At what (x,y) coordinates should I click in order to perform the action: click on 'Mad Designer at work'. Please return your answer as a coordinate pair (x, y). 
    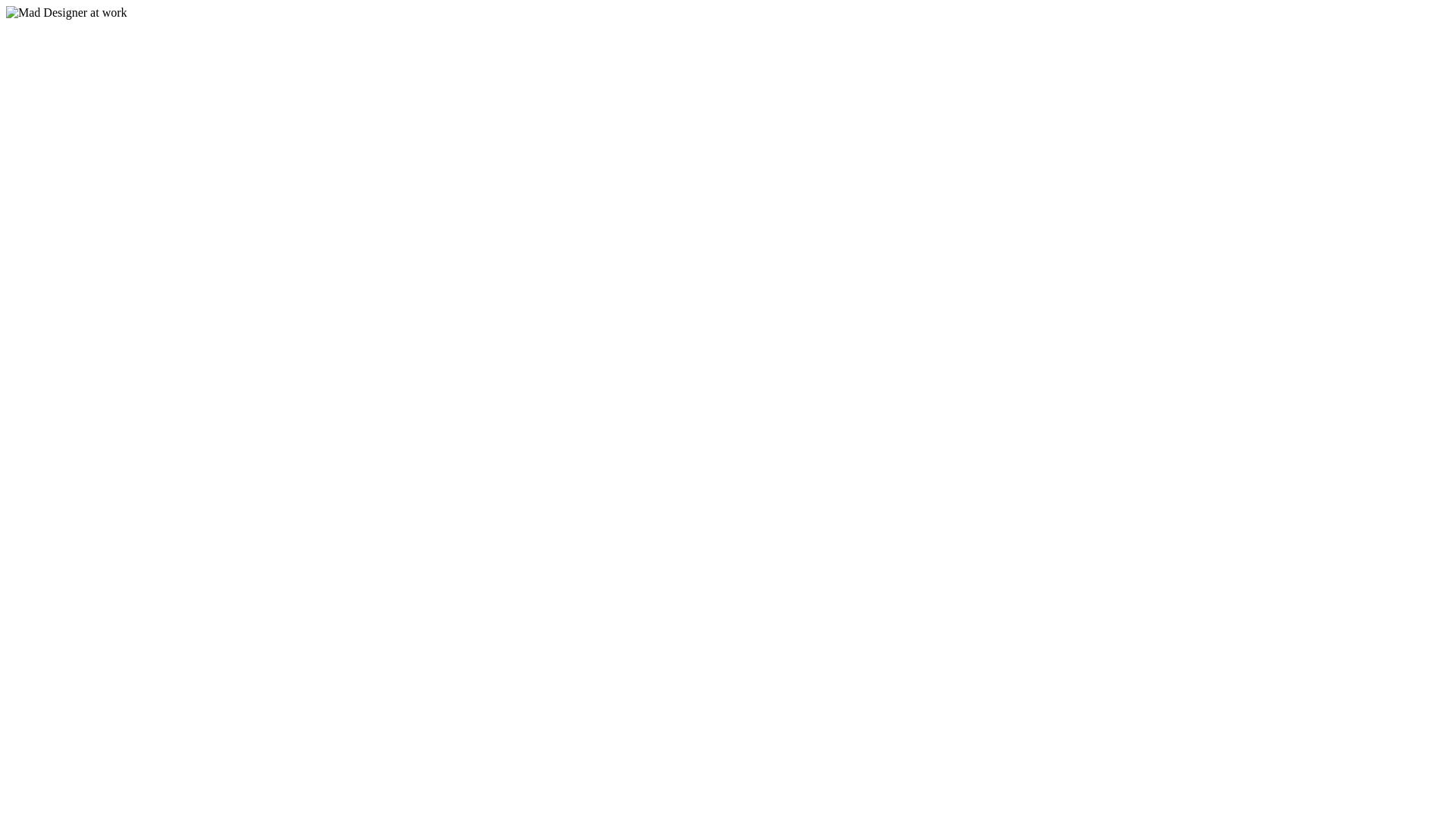
    Looking at the image, I should click on (6, 12).